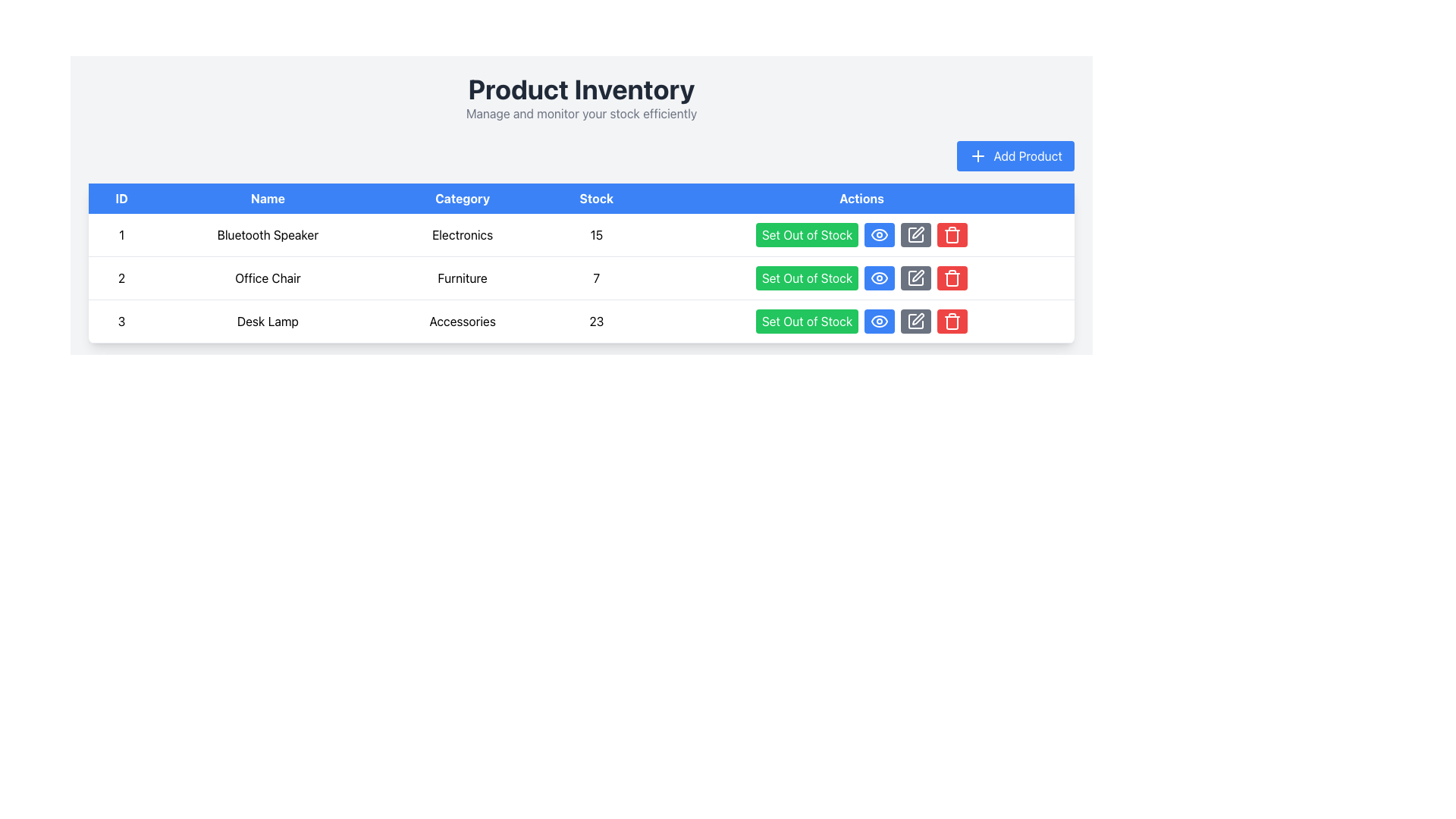  What do you see at coordinates (880, 321) in the screenshot?
I see `the blue button with an eye icon in the 'Actions' column of the third row for the 'Desk Lamp' item` at bounding box center [880, 321].